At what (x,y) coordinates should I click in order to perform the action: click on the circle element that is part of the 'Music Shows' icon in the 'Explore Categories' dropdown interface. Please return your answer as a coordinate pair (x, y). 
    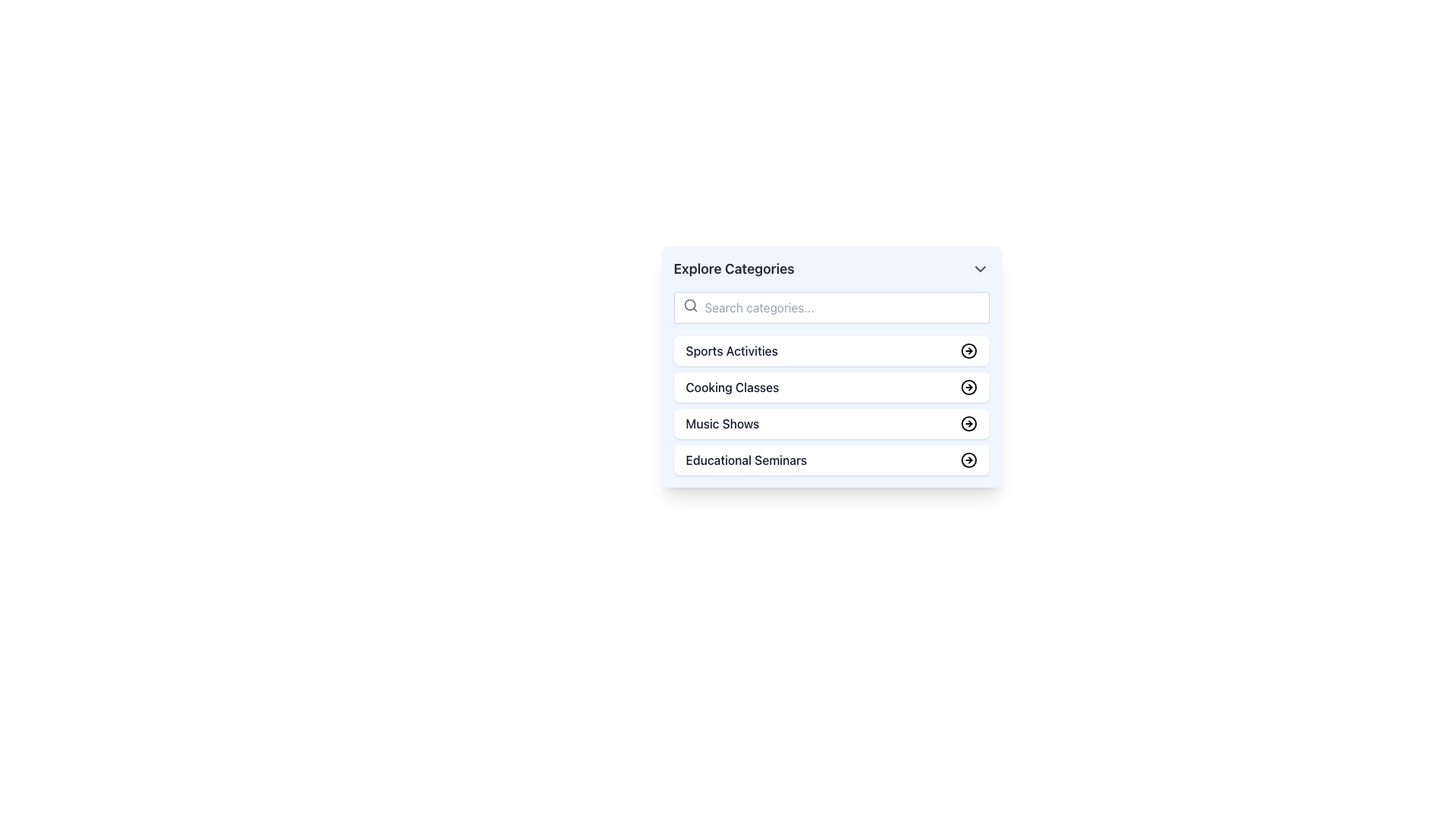
    Looking at the image, I should click on (968, 424).